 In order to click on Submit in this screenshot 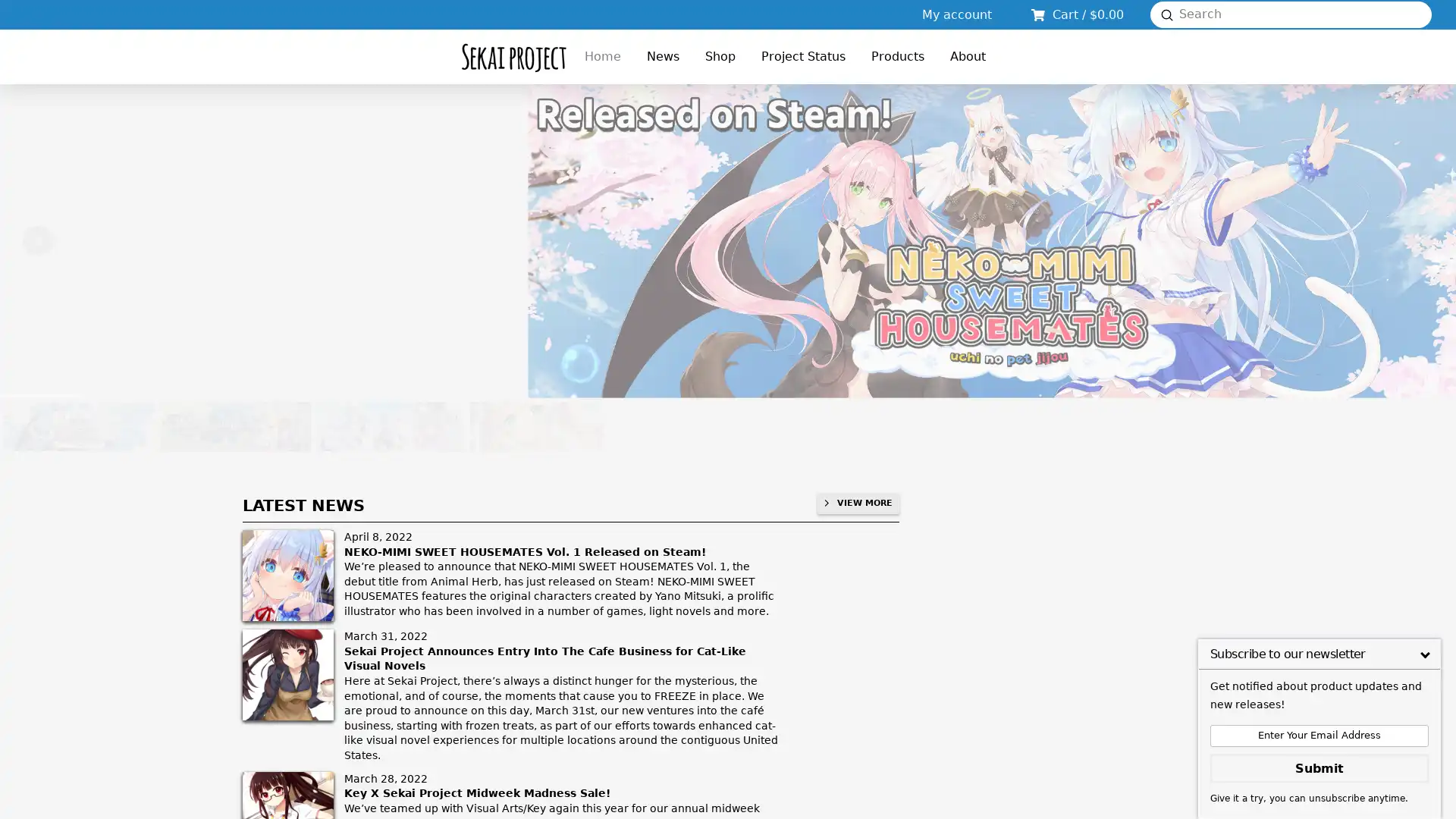, I will do `click(1166, 14)`.